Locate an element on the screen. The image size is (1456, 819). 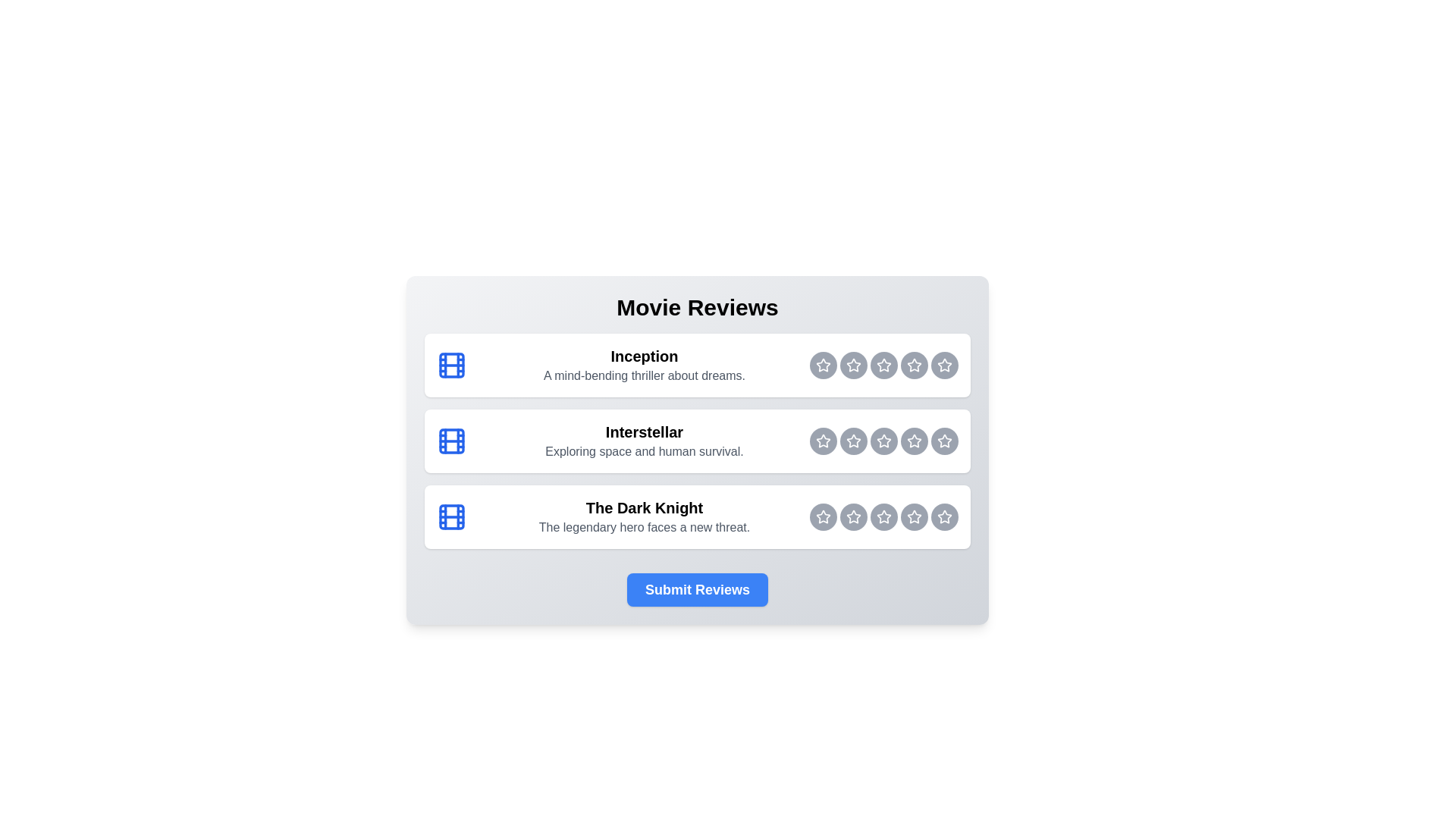
the rating for the movie 'Inception' to 2 stars is located at coordinates (822, 366).